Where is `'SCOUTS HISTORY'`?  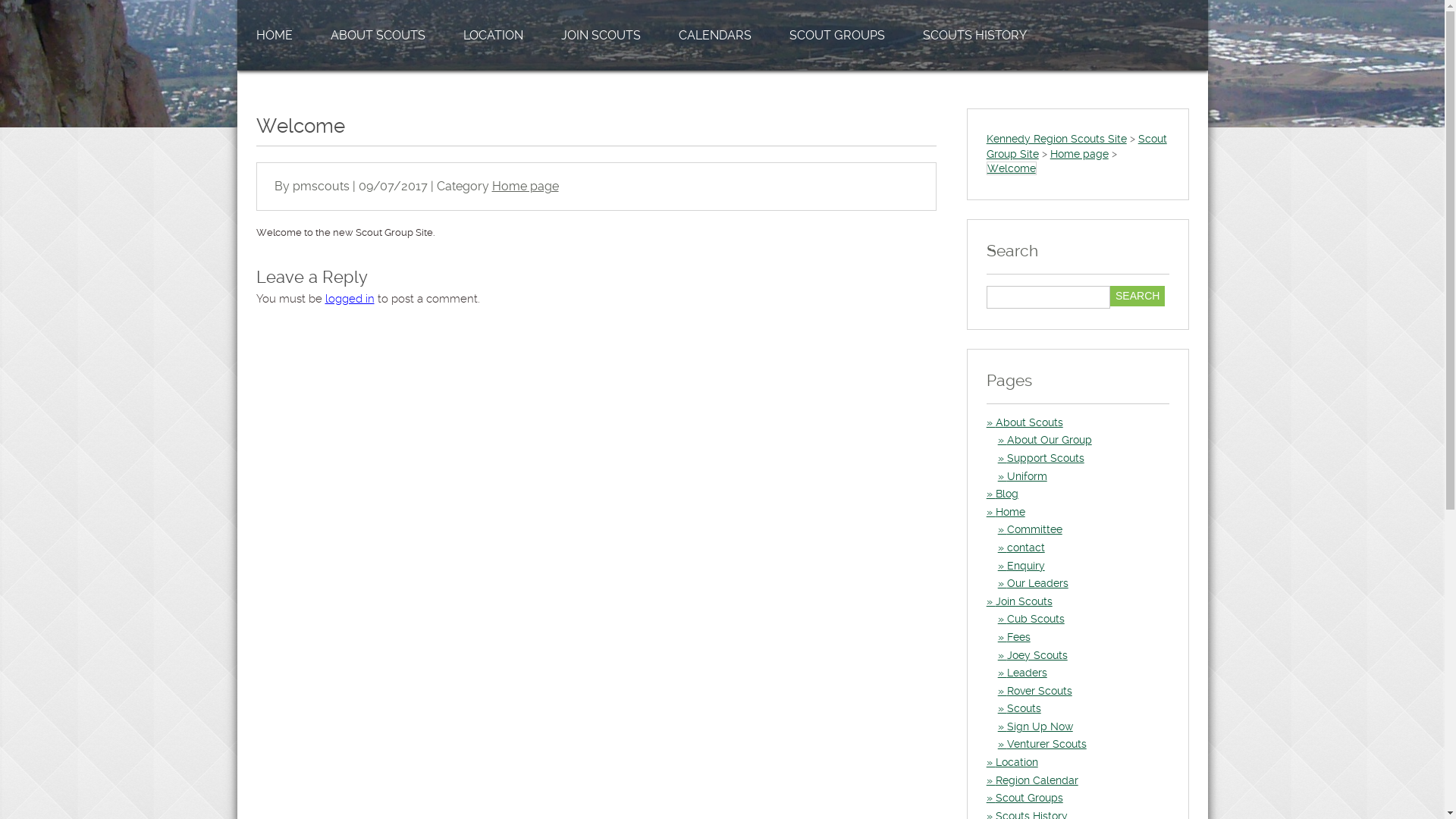
'SCOUTS HISTORY' is located at coordinates (974, 34).